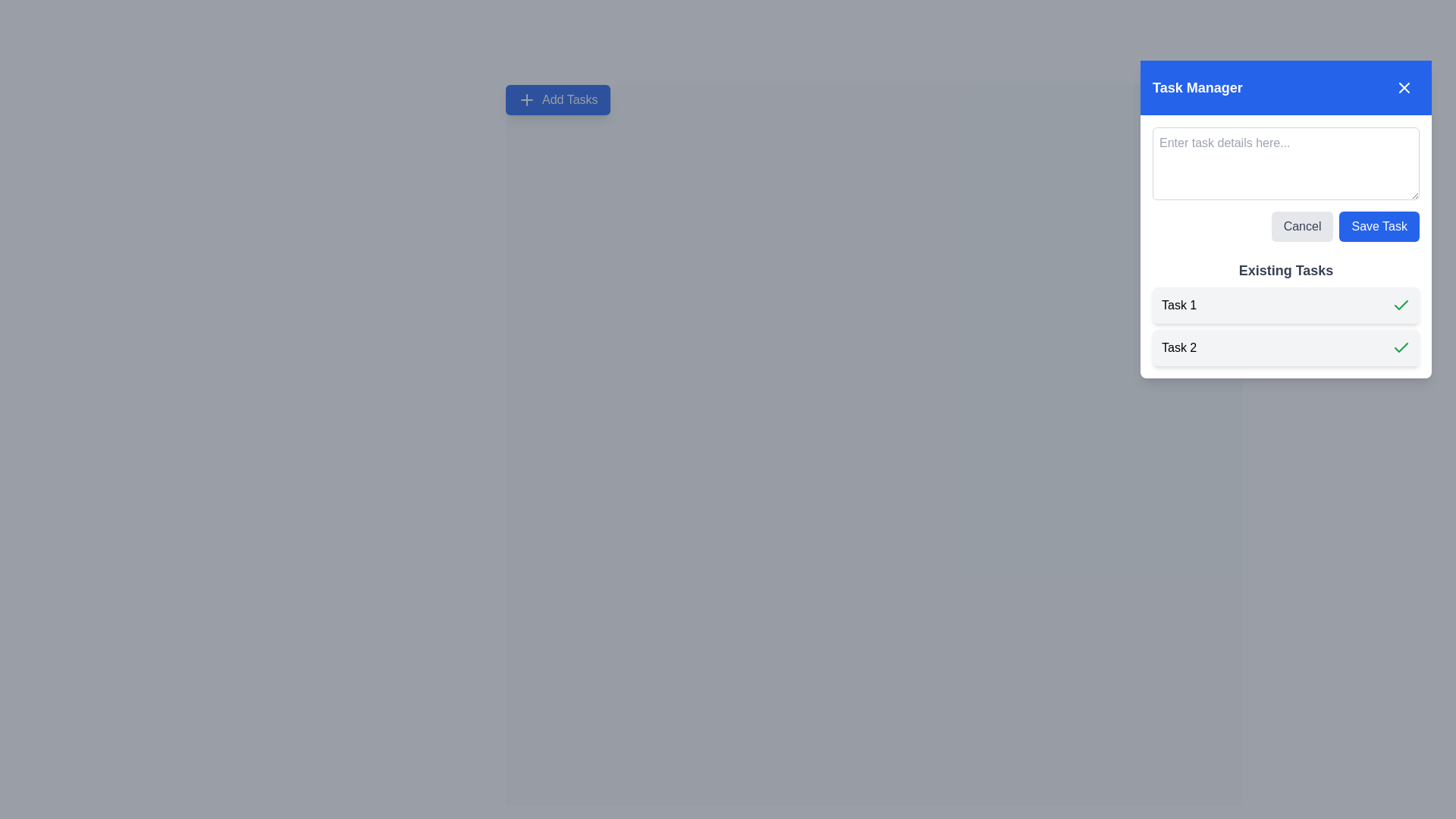 The image size is (1456, 819). I want to click on the status icon for 'Task 2', which is located to the far right of the 'Task 2' label within the 'Existing Tasks' section, so click(1401, 348).